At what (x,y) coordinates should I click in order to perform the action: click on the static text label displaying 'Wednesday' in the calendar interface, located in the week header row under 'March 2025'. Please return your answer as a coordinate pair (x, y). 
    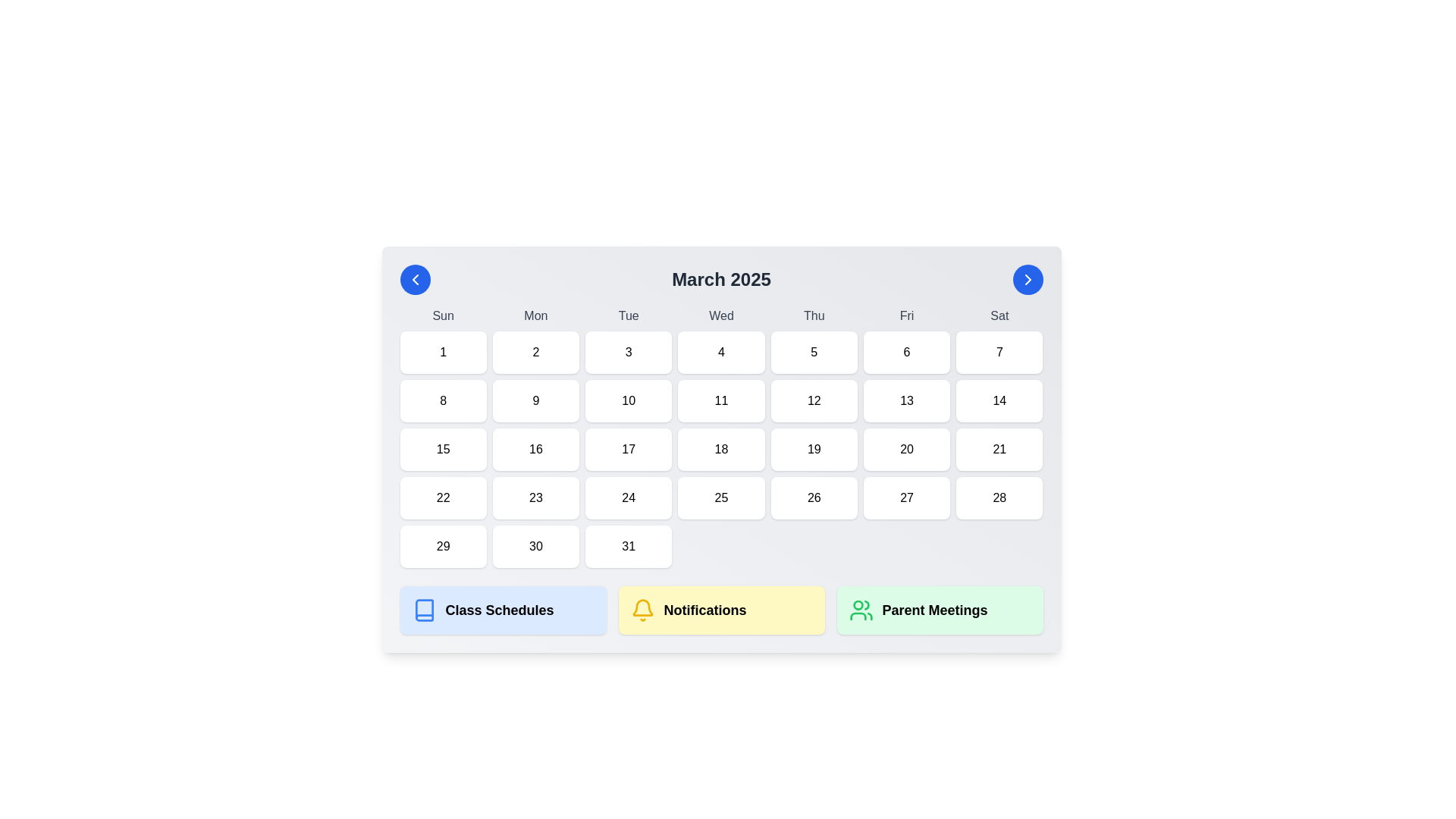
    Looking at the image, I should click on (720, 315).